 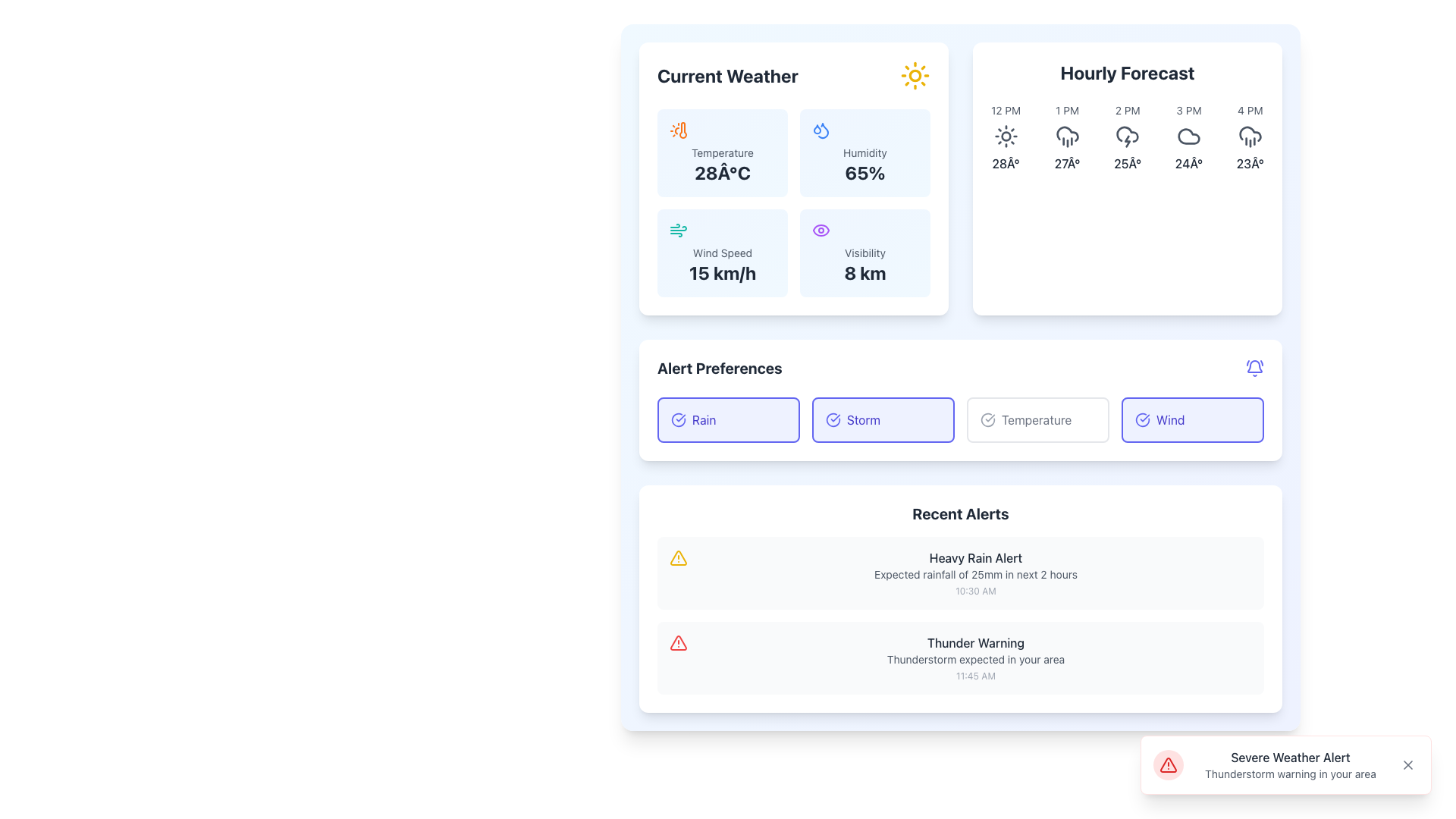 What do you see at coordinates (792, 76) in the screenshot?
I see `the header section labeled 'Current Weather' which is located at the top of the weather information card and features a sun icon on the right` at bounding box center [792, 76].